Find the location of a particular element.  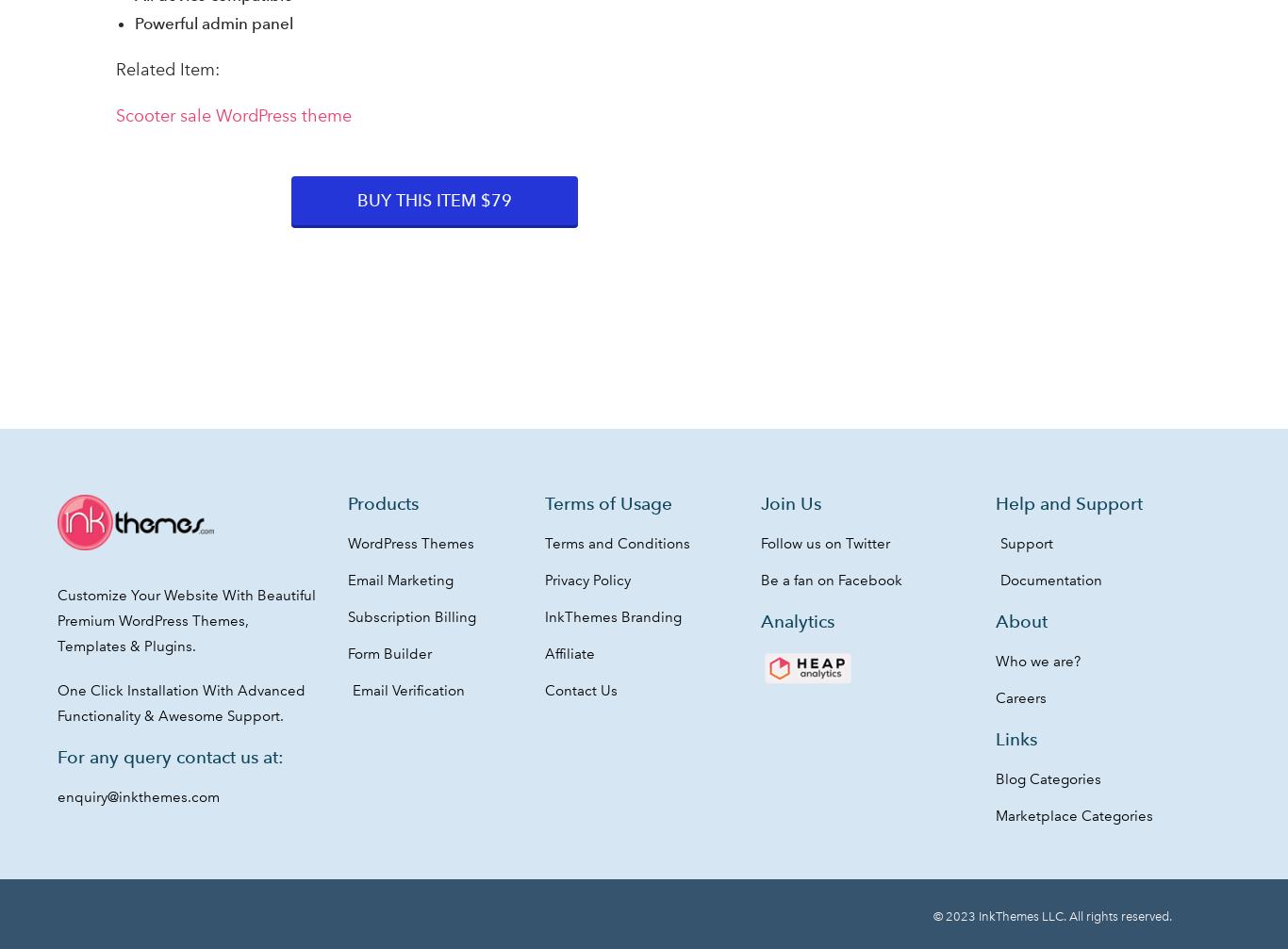

'Related Item:' is located at coordinates (166, 69).